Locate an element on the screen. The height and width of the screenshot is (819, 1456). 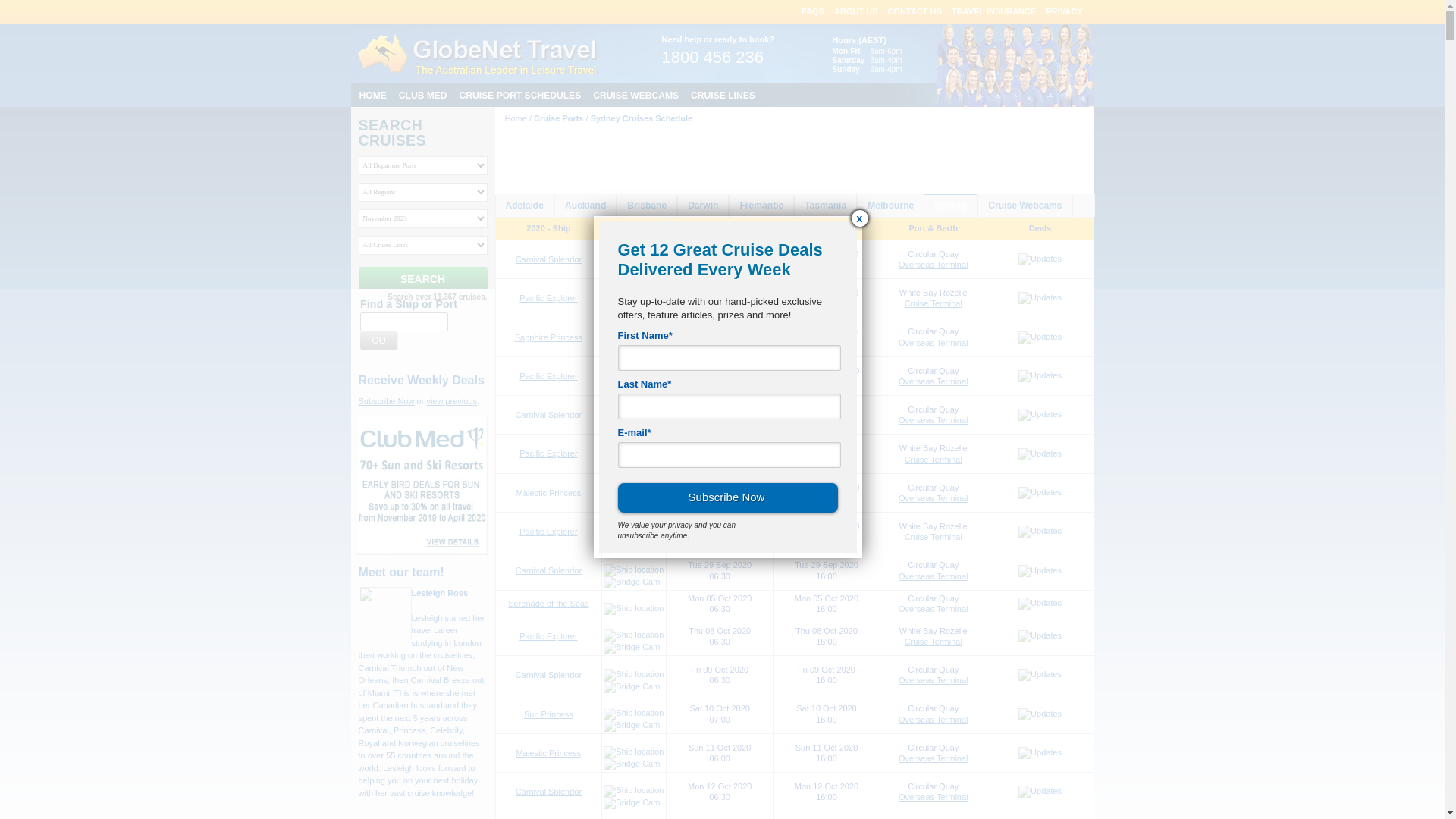
'Ship location' is located at coordinates (633, 491).